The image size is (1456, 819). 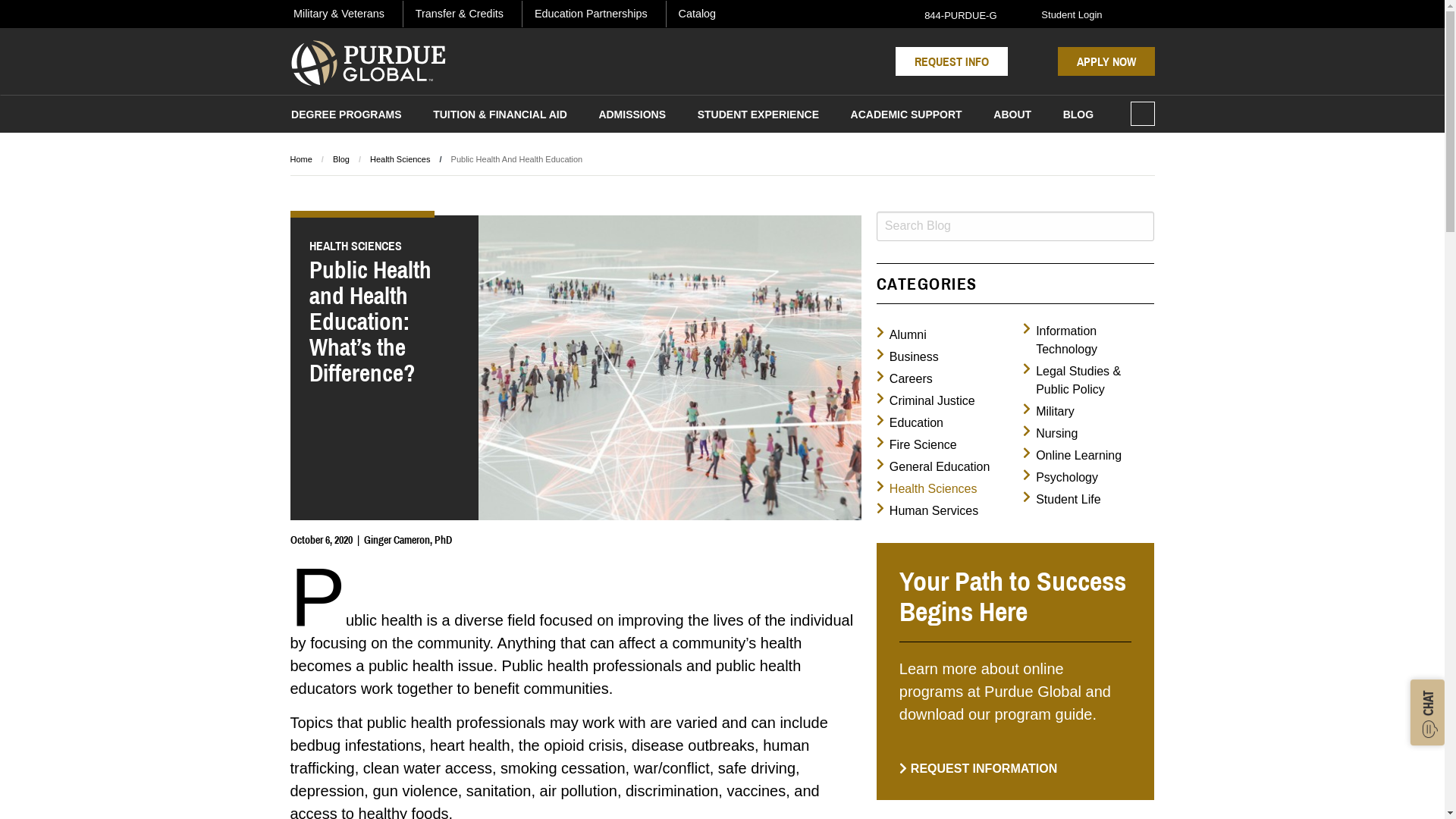 I want to click on 'REQUEST INFO', so click(x=950, y=61).